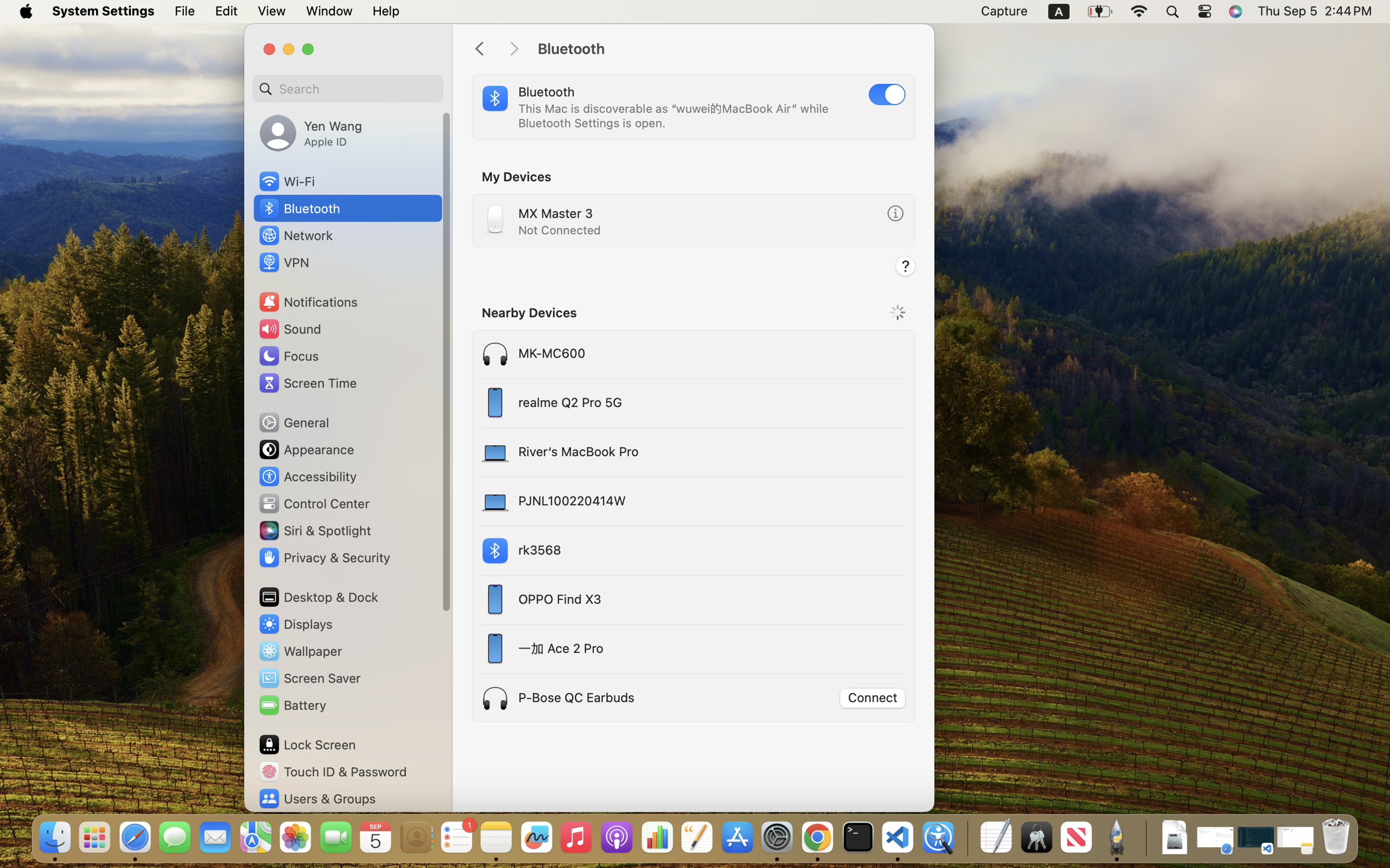  Describe the element at coordinates (313, 529) in the screenshot. I see `'Siri & Spotlight'` at that location.